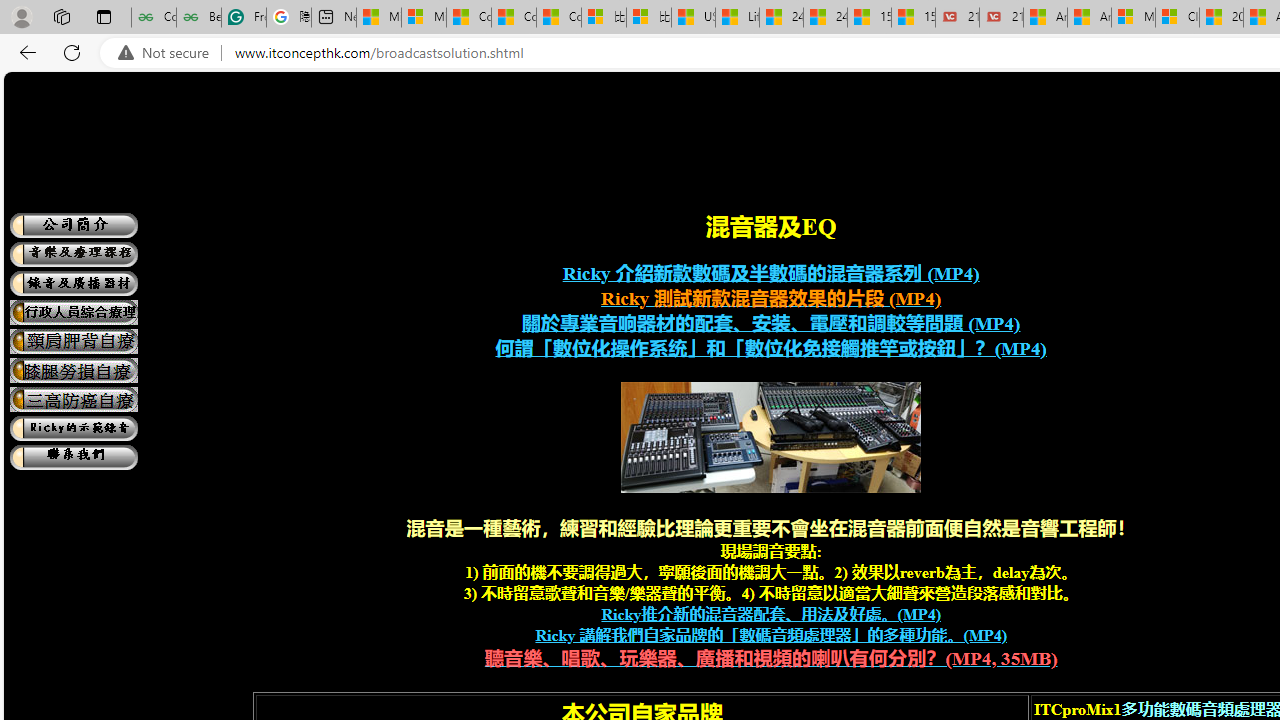 This screenshot has width=1280, height=720. What do you see at coordinates (199, 17) in the screenshot?
I see `'Best SSL Certificates Provider in India - GeeksforGeeks'` at bounding box center [199, 17].